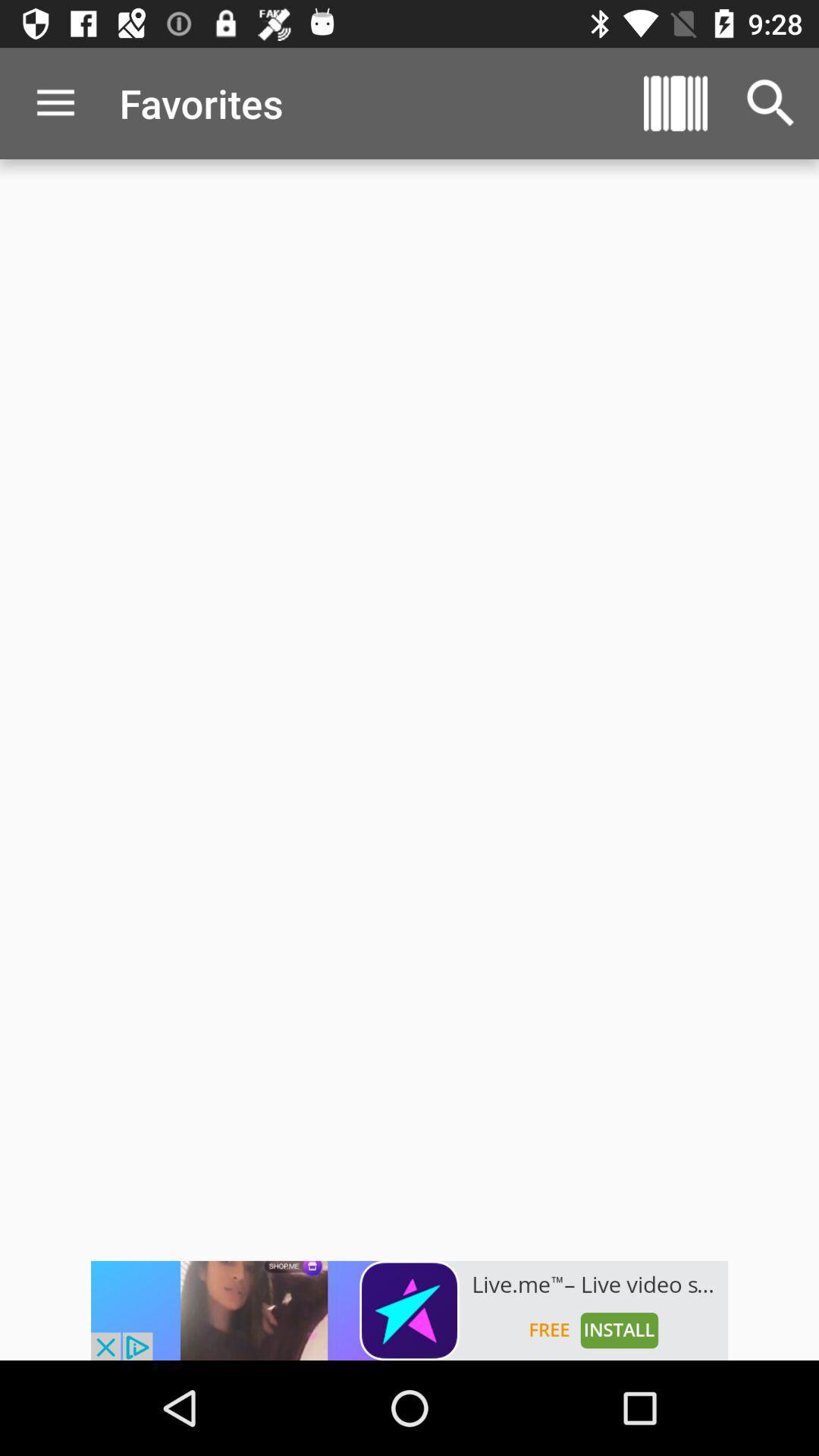  I want to click on visit sponsor advertisement, so click(409, 1310).